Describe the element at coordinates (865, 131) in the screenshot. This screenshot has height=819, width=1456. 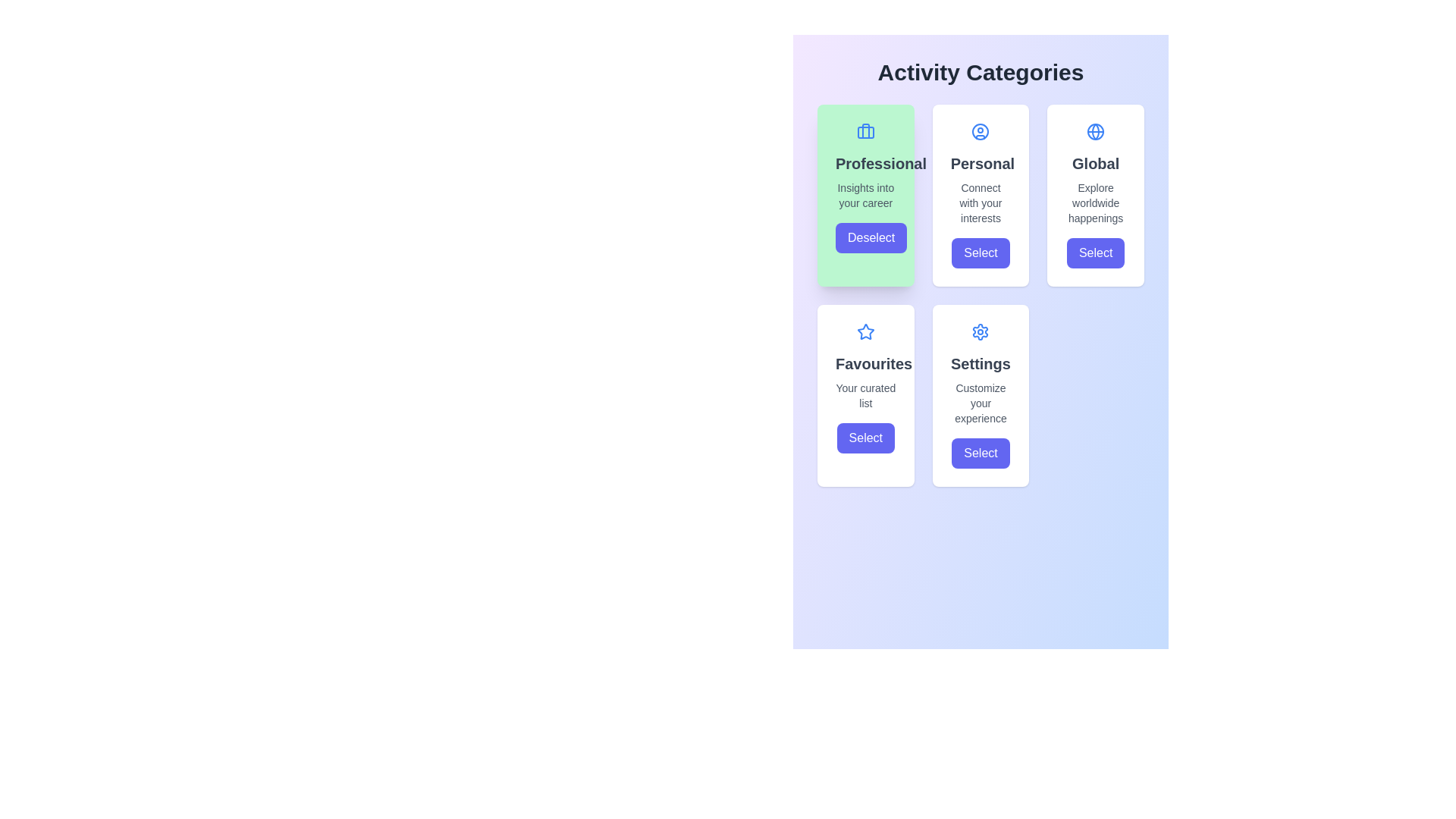
I see `rectangular shape with rounded corners that is part of the briefcase icon located in the top left card titled 'Professional' by using developer tools` at that location.